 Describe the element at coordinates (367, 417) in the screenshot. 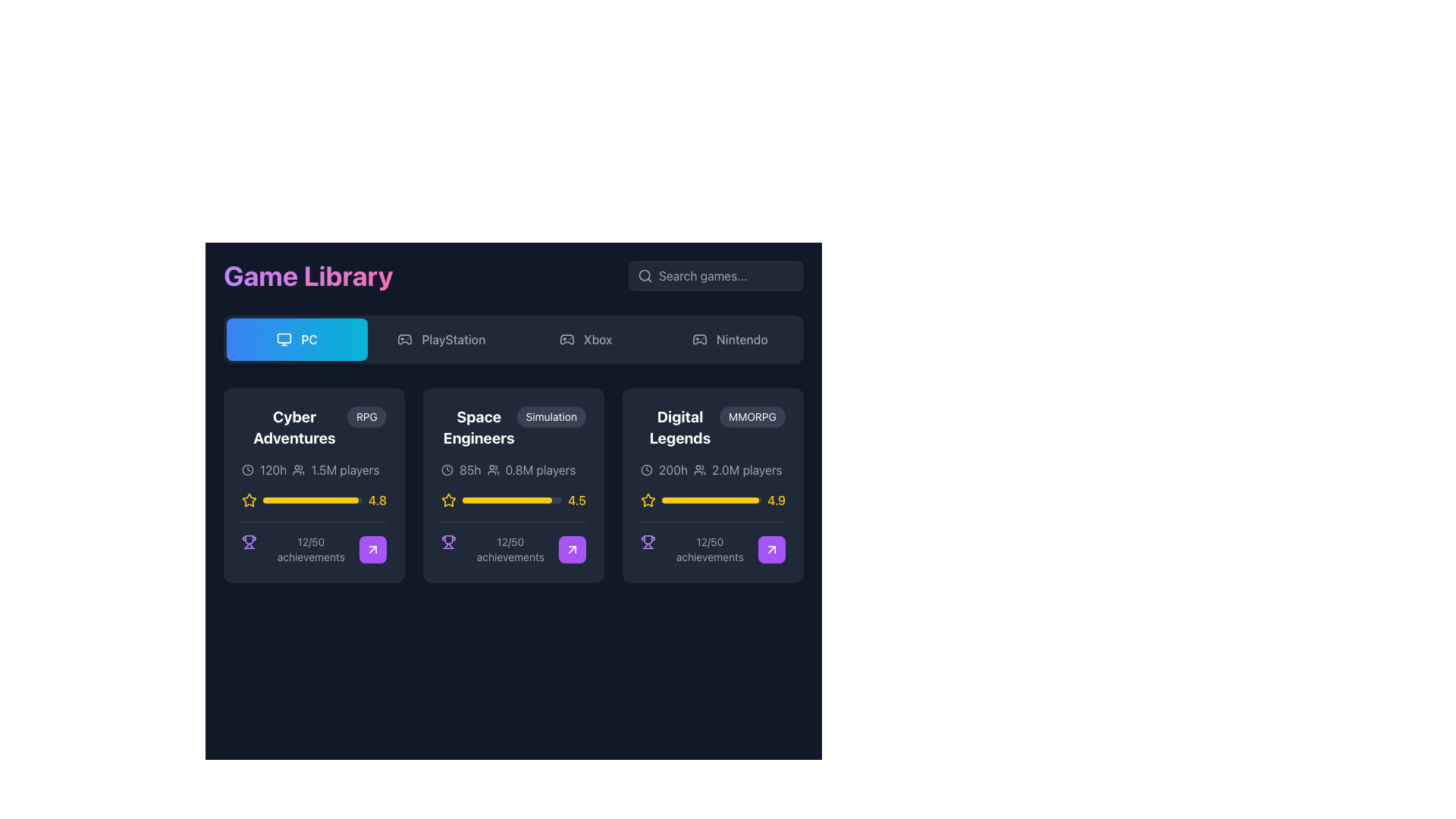

I see `genre label indicating the type of game for 'Cyber Adventures', located at the upper-right corner of the game card` at that location.